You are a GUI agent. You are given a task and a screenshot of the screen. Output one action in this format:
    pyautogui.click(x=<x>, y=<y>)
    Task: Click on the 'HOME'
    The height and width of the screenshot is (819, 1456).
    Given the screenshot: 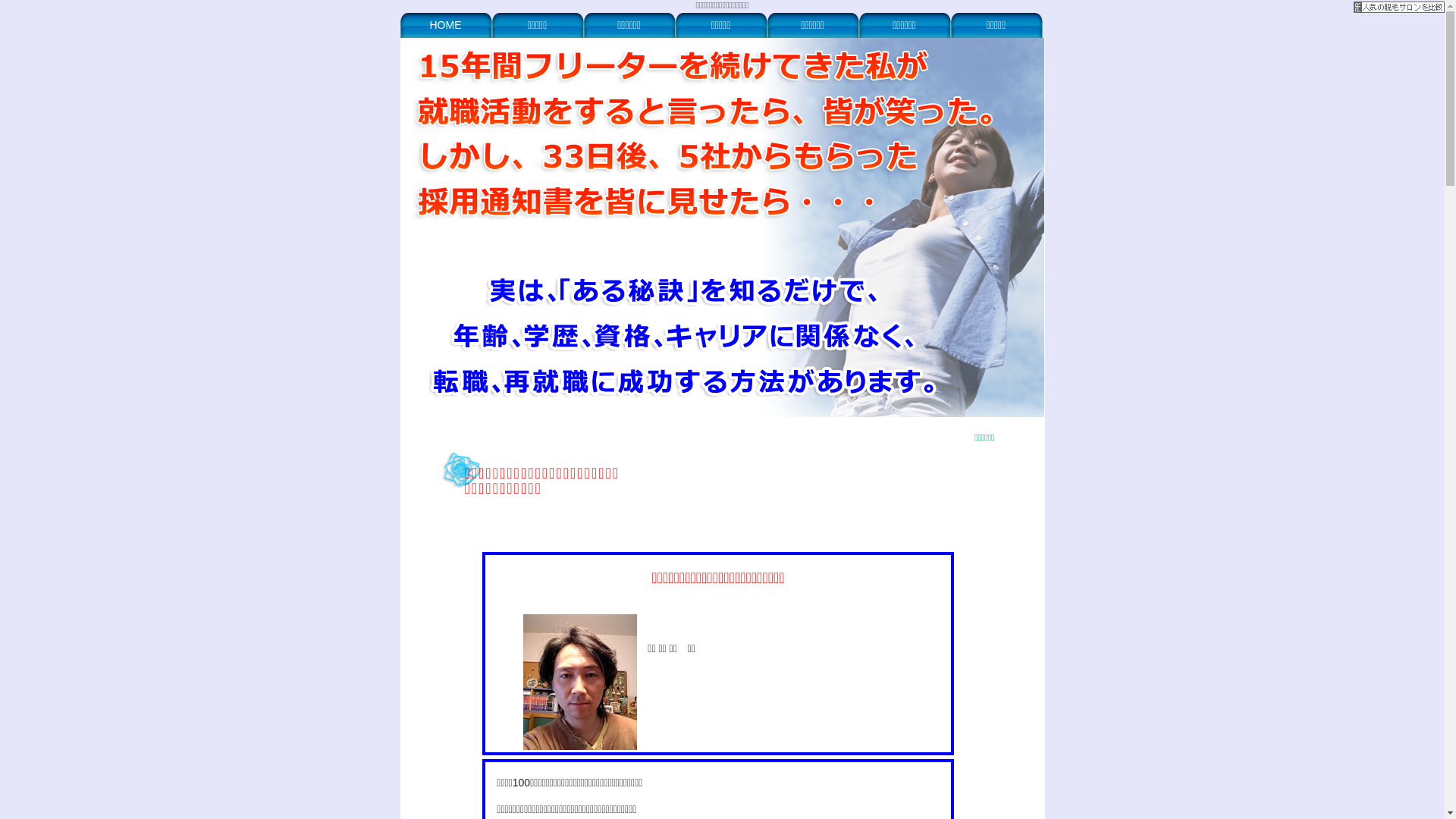 What is the action you would take?
    pyautogui.click(x=445, y=24)
    